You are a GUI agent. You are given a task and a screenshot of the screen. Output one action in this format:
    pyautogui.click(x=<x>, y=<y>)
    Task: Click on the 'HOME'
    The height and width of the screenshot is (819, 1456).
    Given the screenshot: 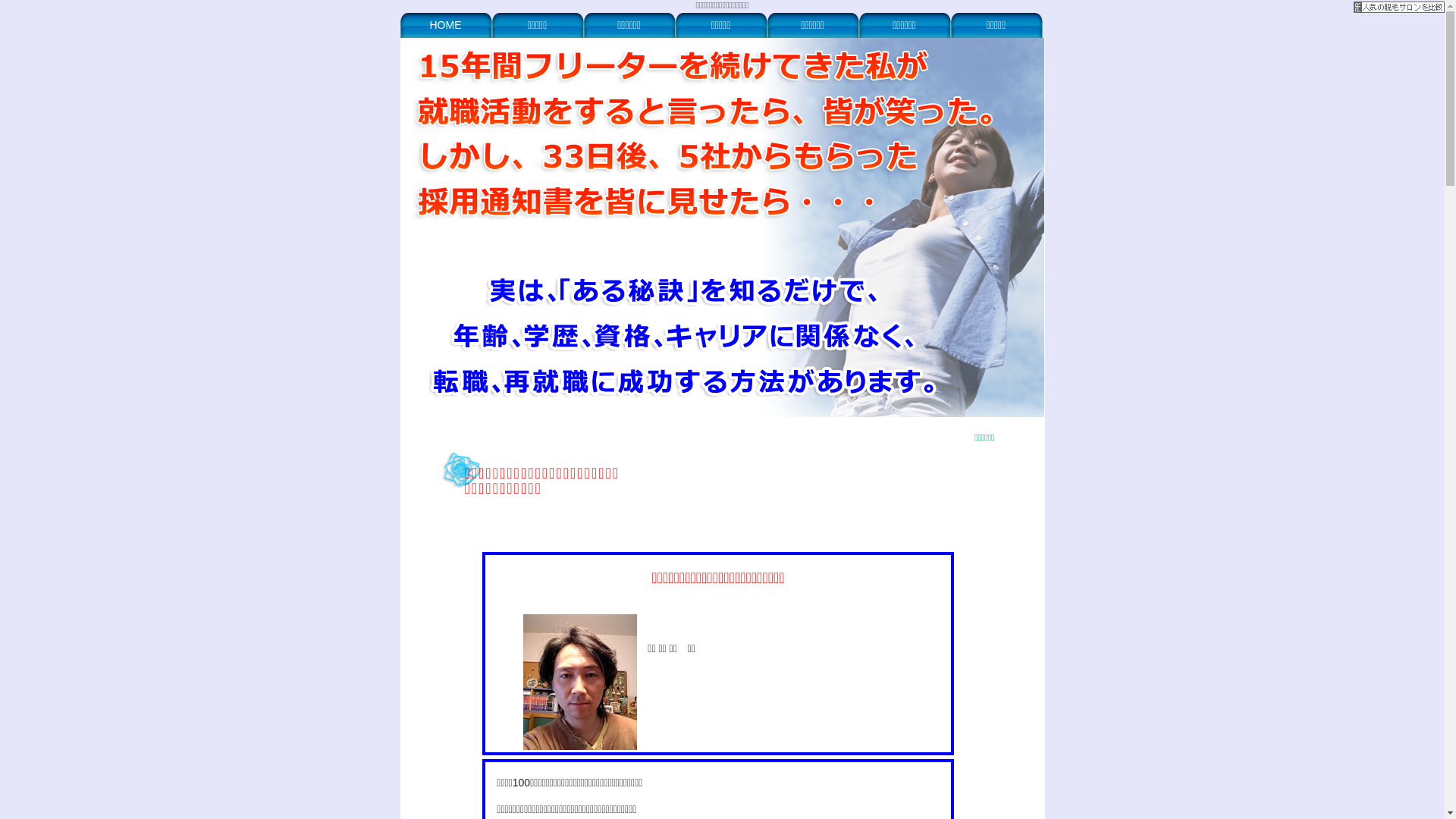 What is the action you would take?
    pyautogui.click(x=445, y=24)
    